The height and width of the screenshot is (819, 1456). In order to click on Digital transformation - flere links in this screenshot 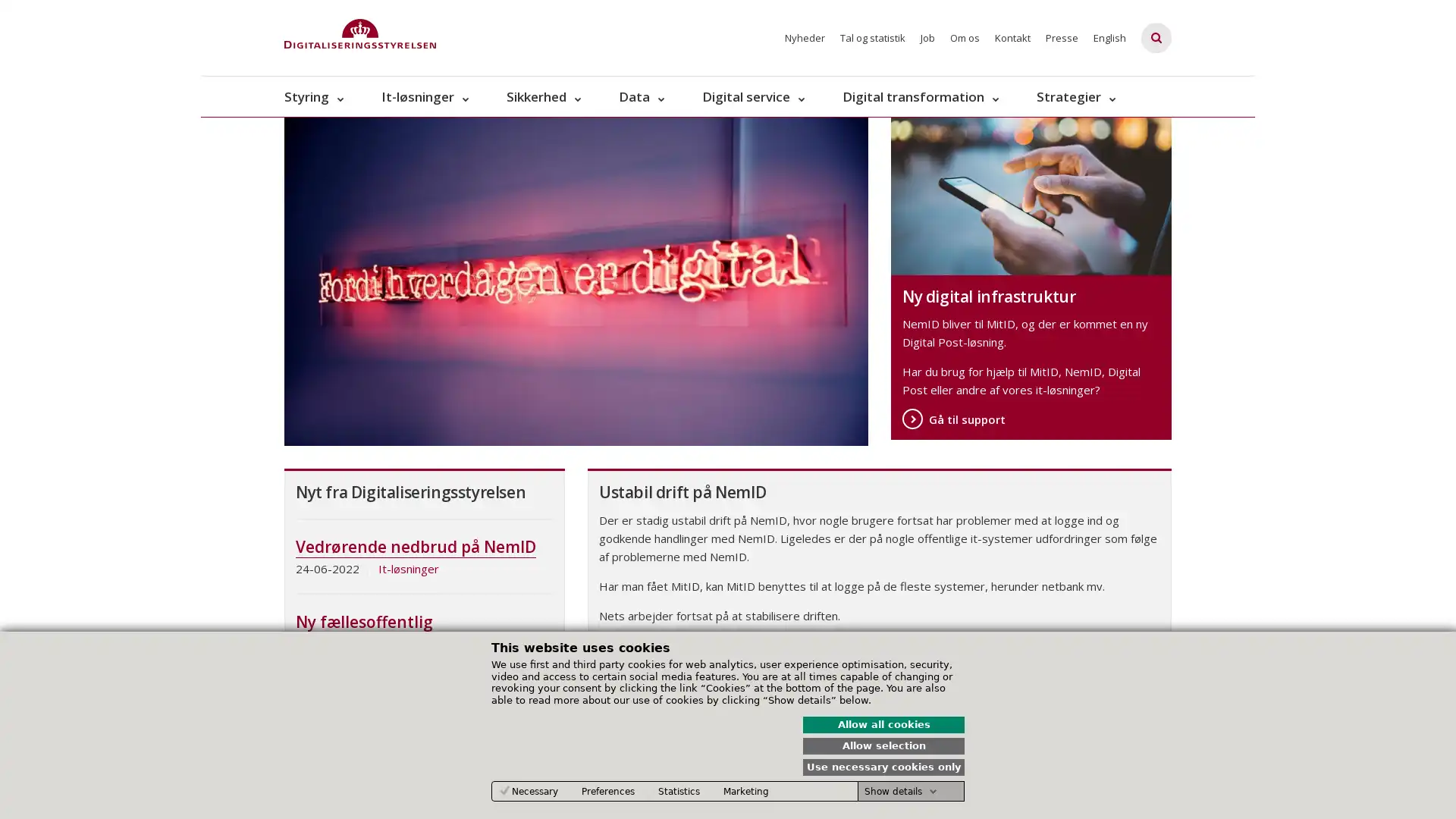, I will do `click(995, 97)`.